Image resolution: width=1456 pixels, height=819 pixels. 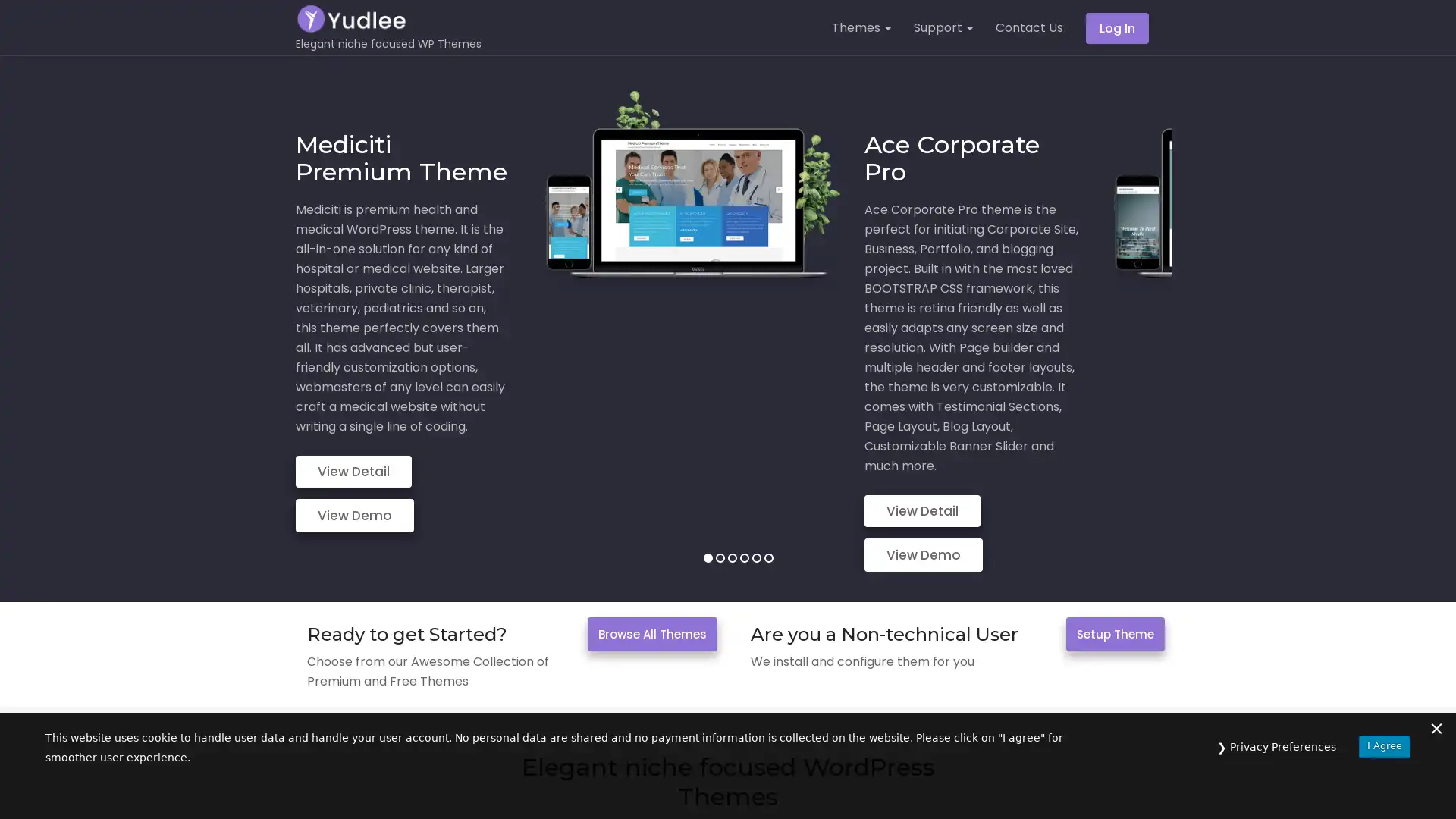 What do you see at coordinates (719, 451) in the screenshot?
I see `2` at bounding box center [719, 451].